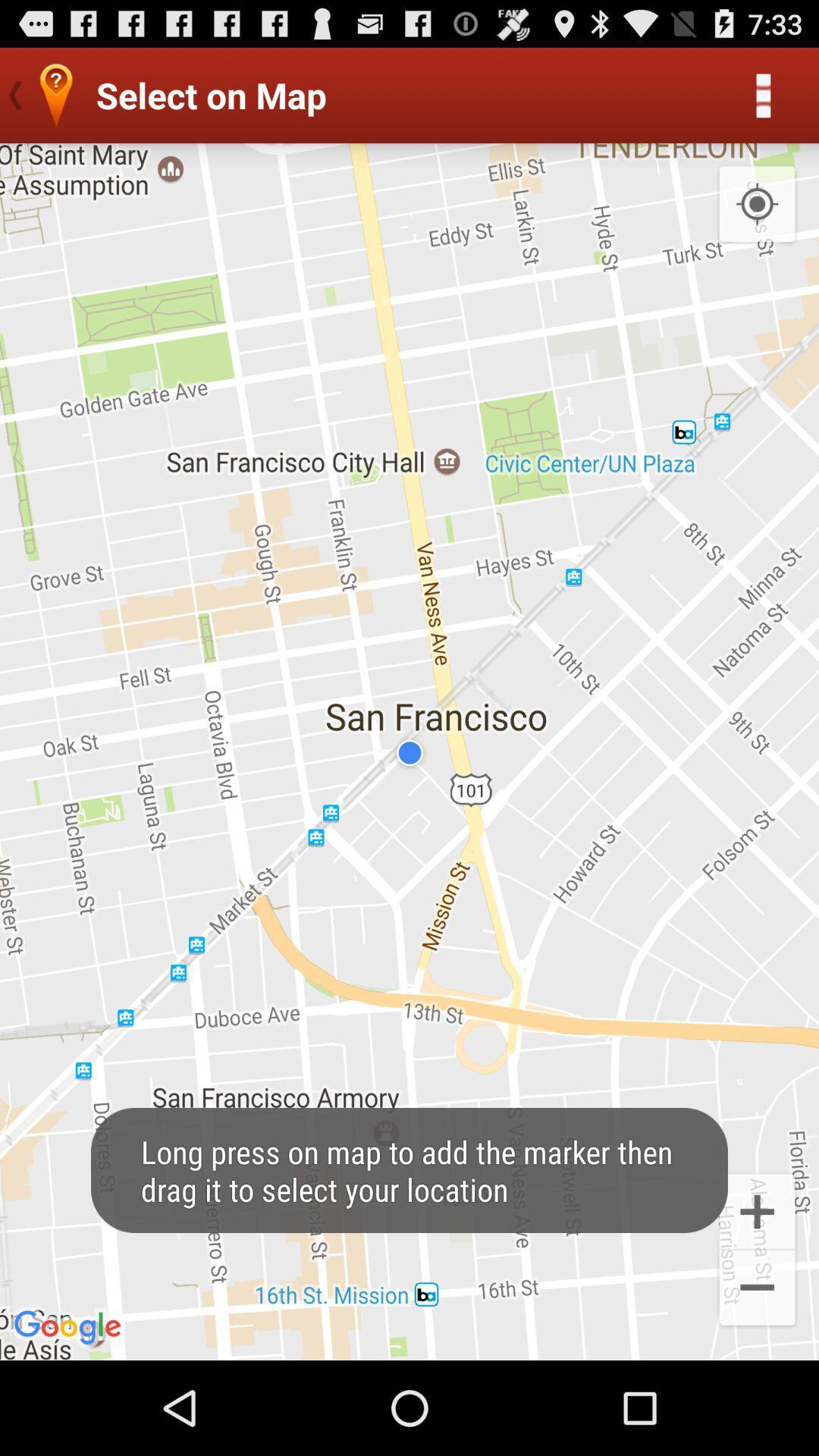 This screenshot has width=819, height=1456. Describe the element at coordinates (757, 218) in the screenshot. I see `the location_crosshair icon` at that location.